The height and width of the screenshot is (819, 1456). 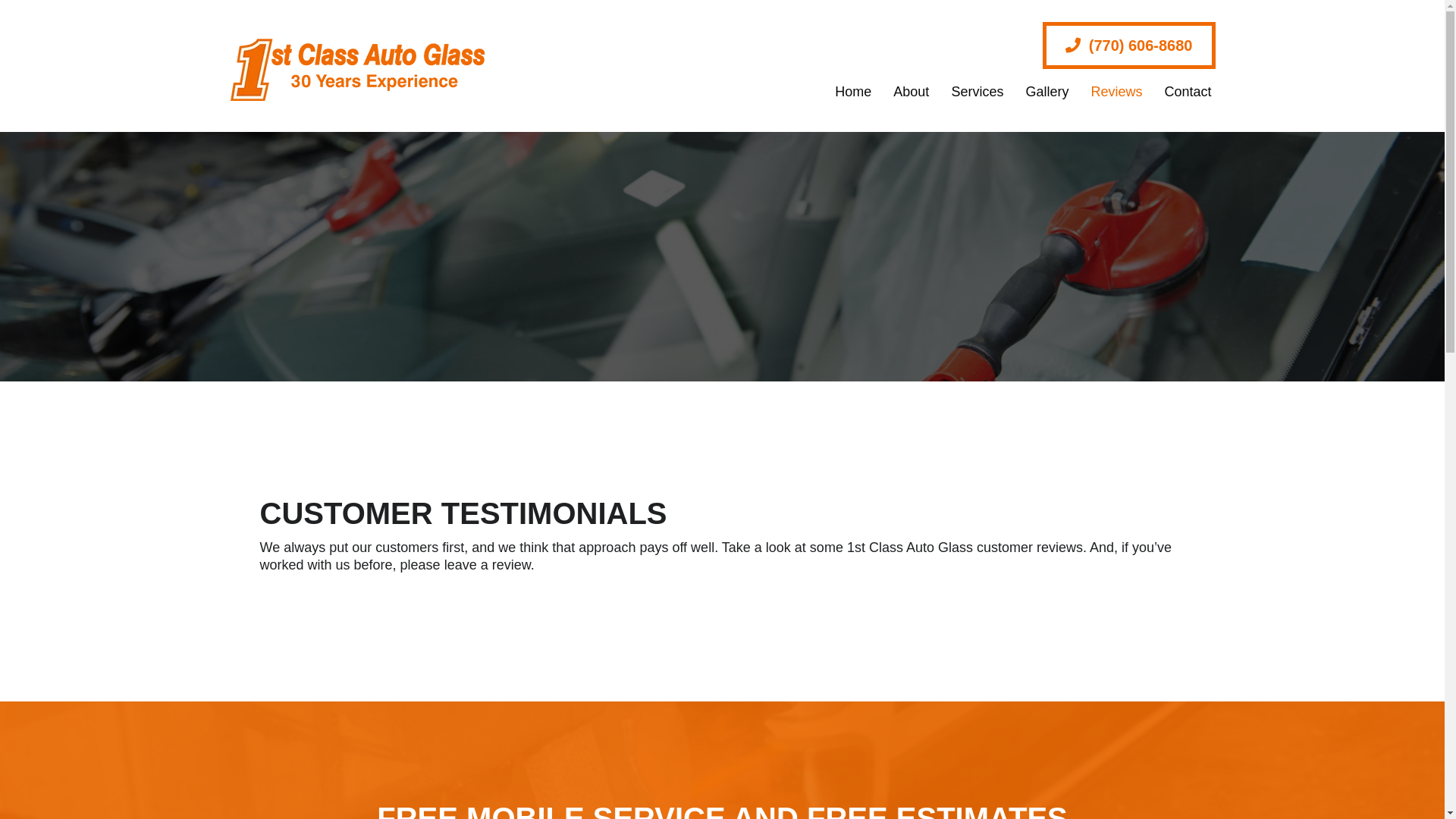 What do you see at coordinates (845, 91) in the screenshot?
I see `'Home'` at bounding box center [845, 91].